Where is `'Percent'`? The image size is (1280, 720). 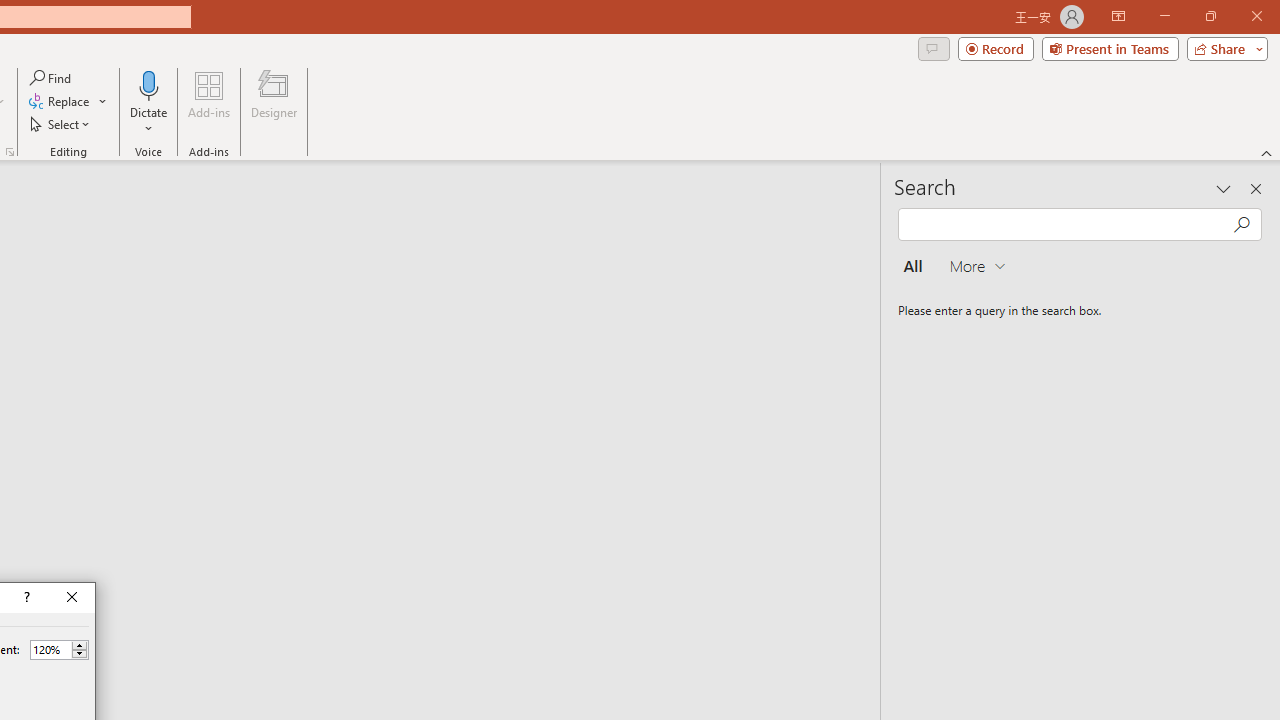
'Percent' is located at coordinates (50, 649).